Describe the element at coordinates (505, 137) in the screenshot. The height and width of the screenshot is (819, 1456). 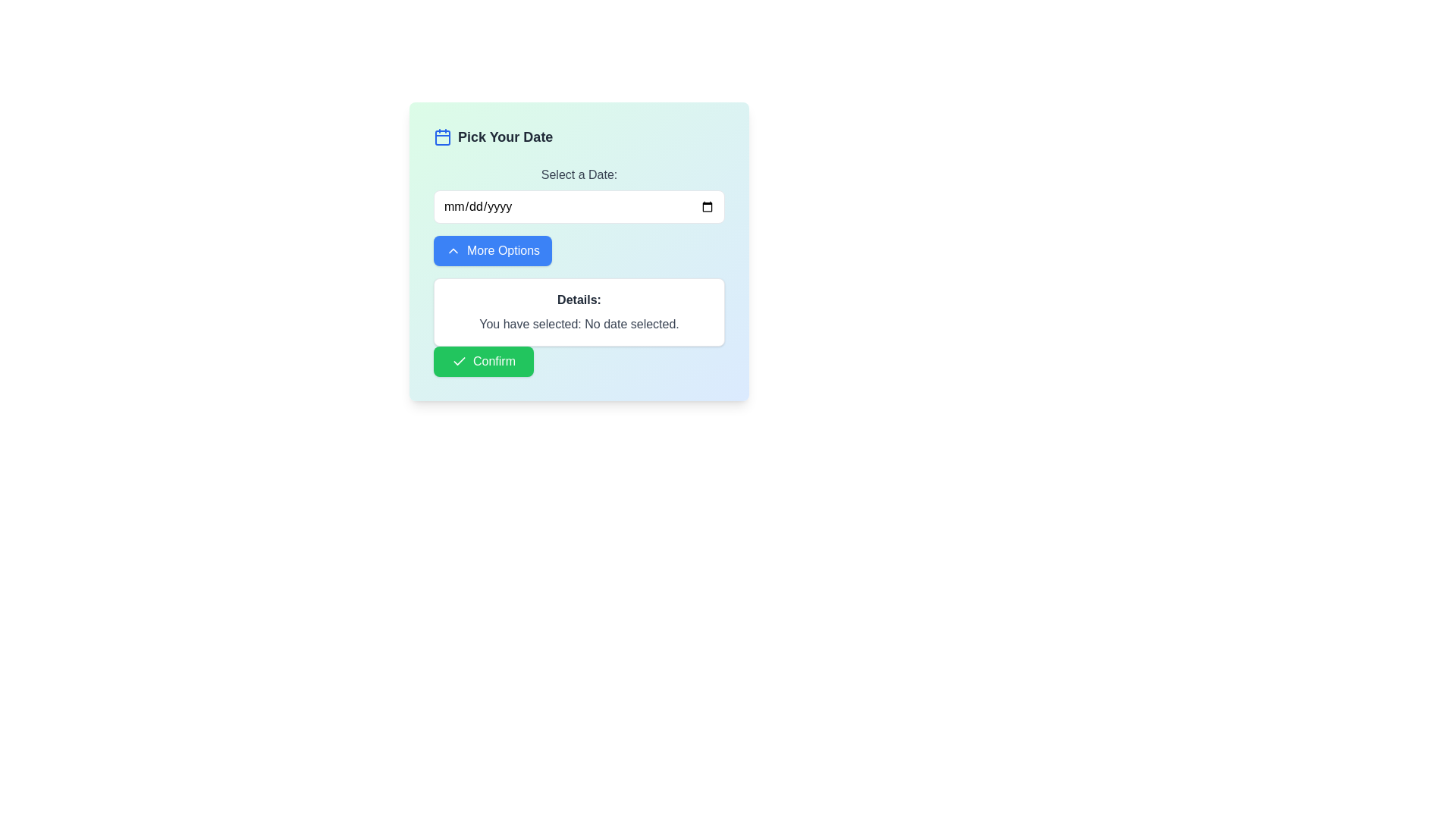
I see `the 'Pick Your Date' text label, which is styled in bold, large gray font and is located next to a blue calendar icon` at that location.